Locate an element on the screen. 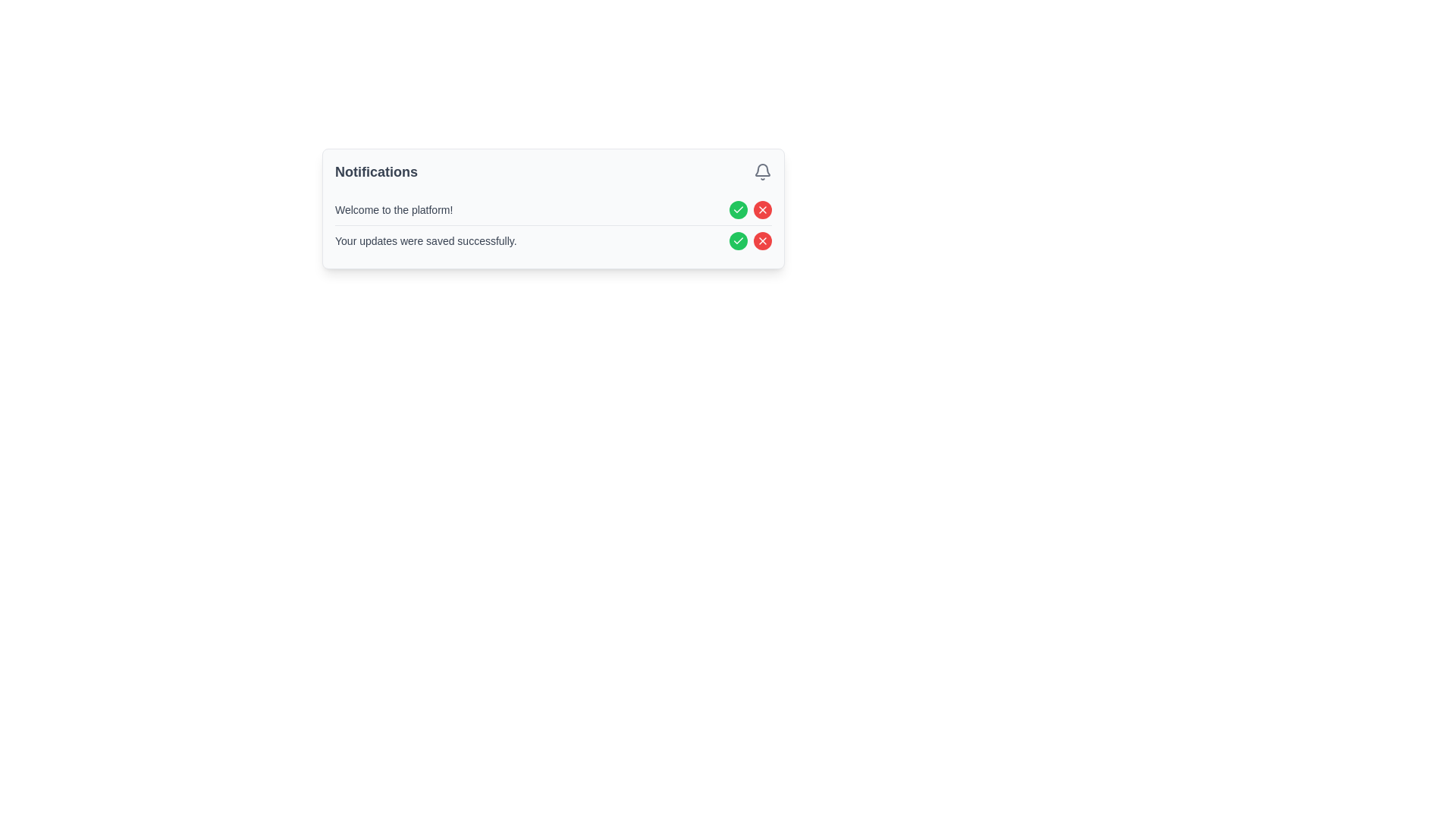 The image size is (1456, 819). the cancel button, which is the second circular button in the notification is located at coordinates (763, 240).